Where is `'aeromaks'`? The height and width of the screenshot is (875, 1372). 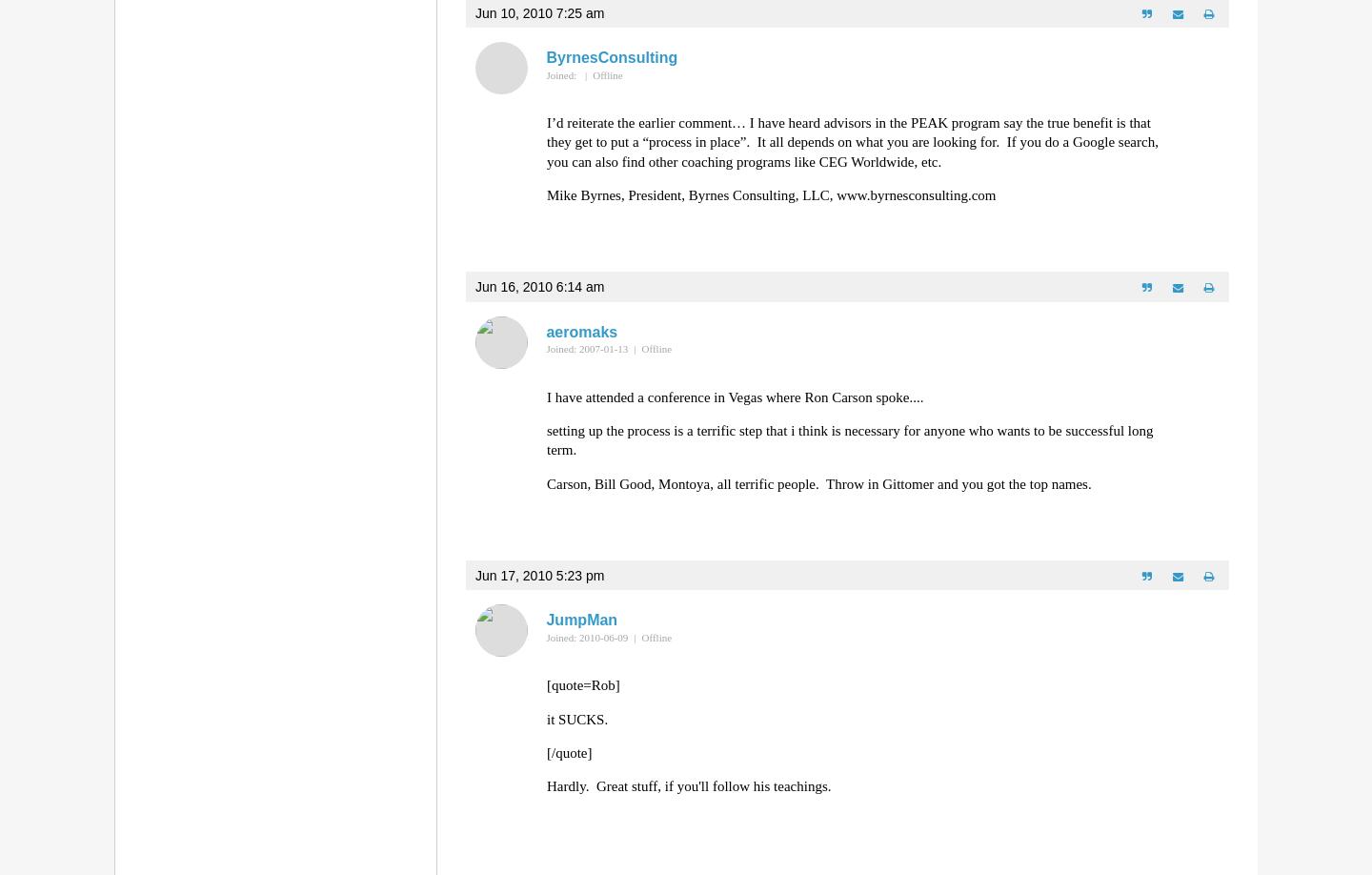
'aeromaks' is located at coordinates (580, 331).